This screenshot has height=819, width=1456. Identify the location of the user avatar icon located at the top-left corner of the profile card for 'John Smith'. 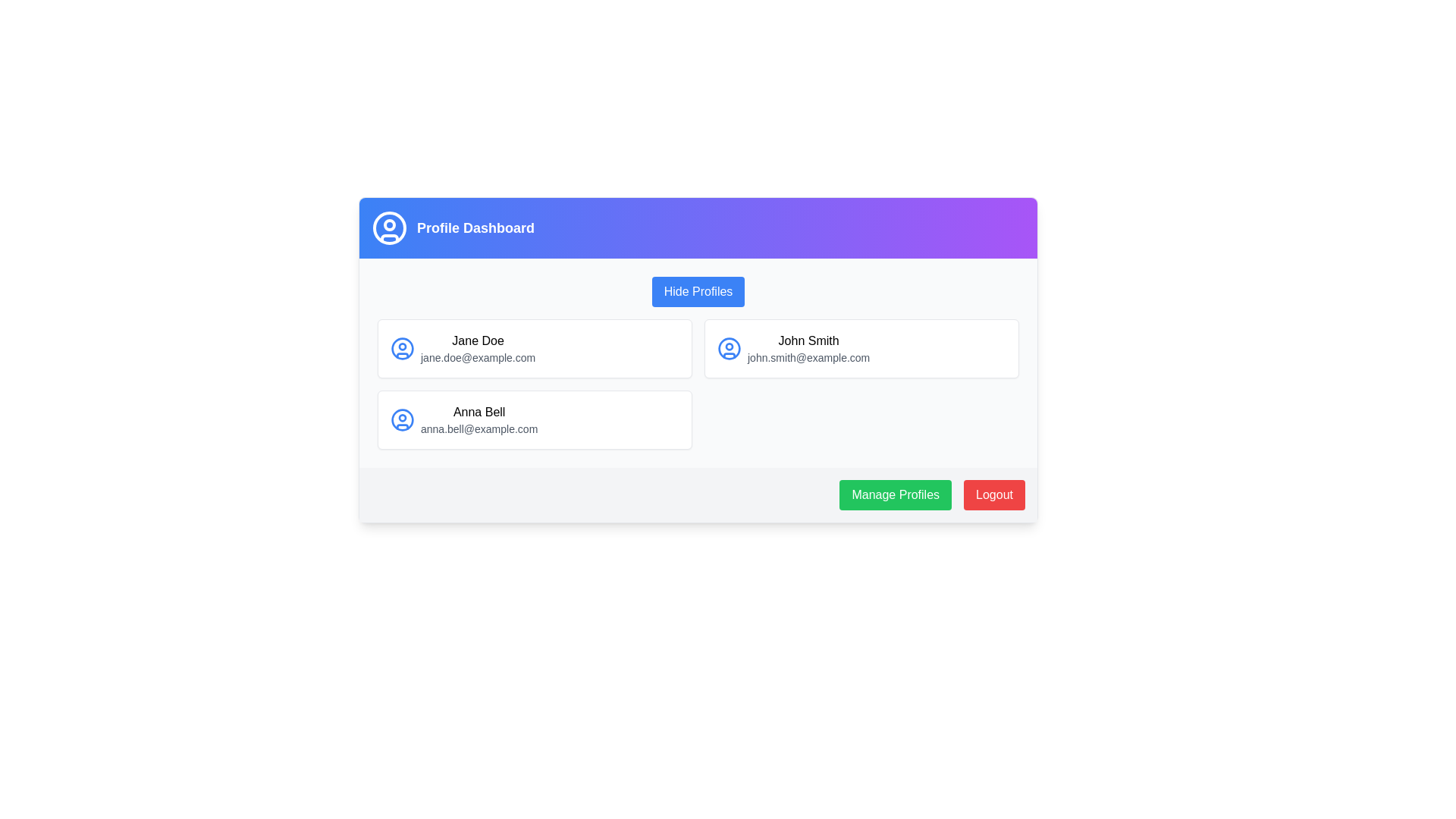
(729, 348).